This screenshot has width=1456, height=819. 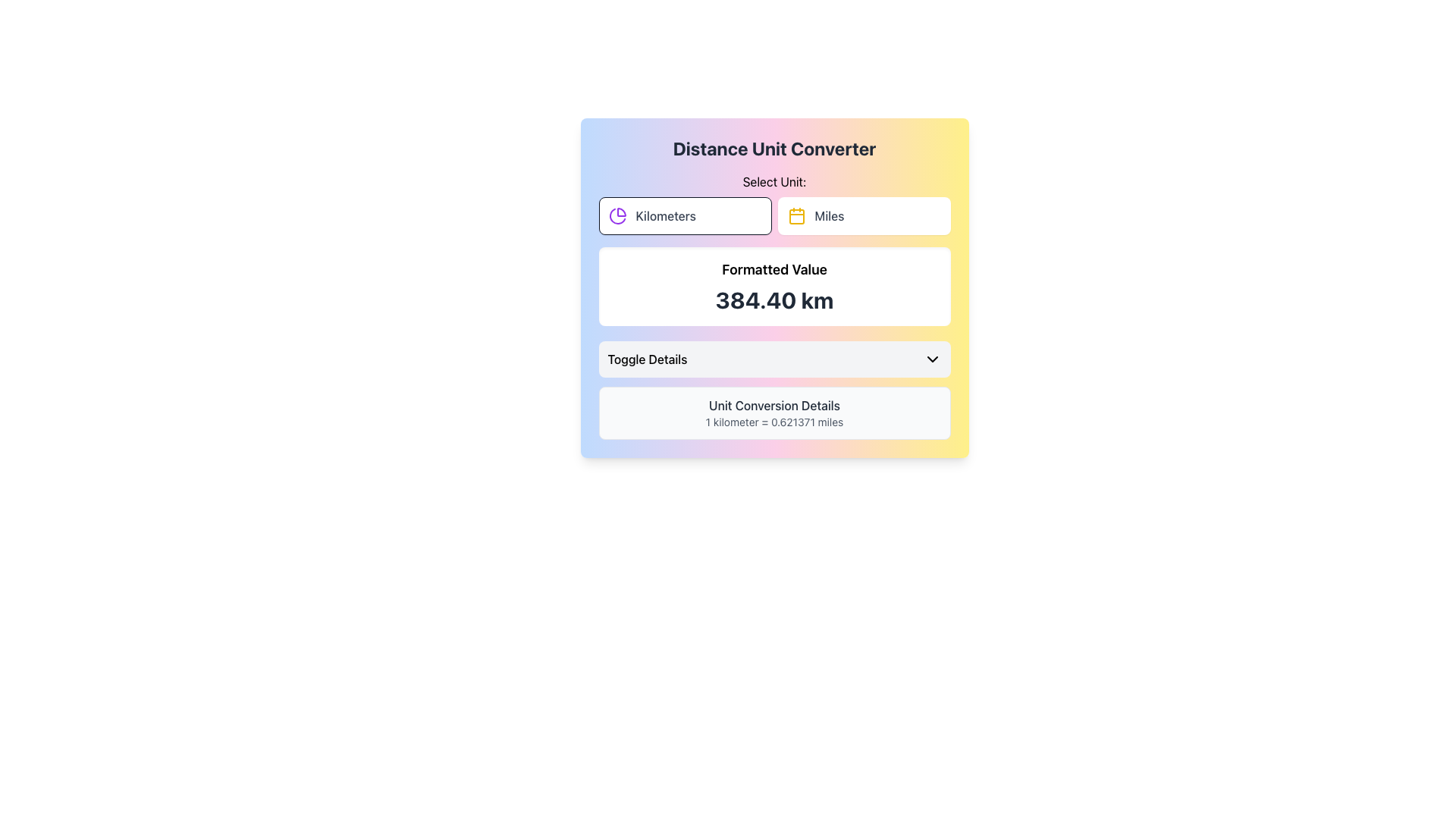 I want to click on text label that says 'Formatted Value', which is positioned above the bold numerical value '384.40 km' in a card-like section, so click(x=774, y=268).